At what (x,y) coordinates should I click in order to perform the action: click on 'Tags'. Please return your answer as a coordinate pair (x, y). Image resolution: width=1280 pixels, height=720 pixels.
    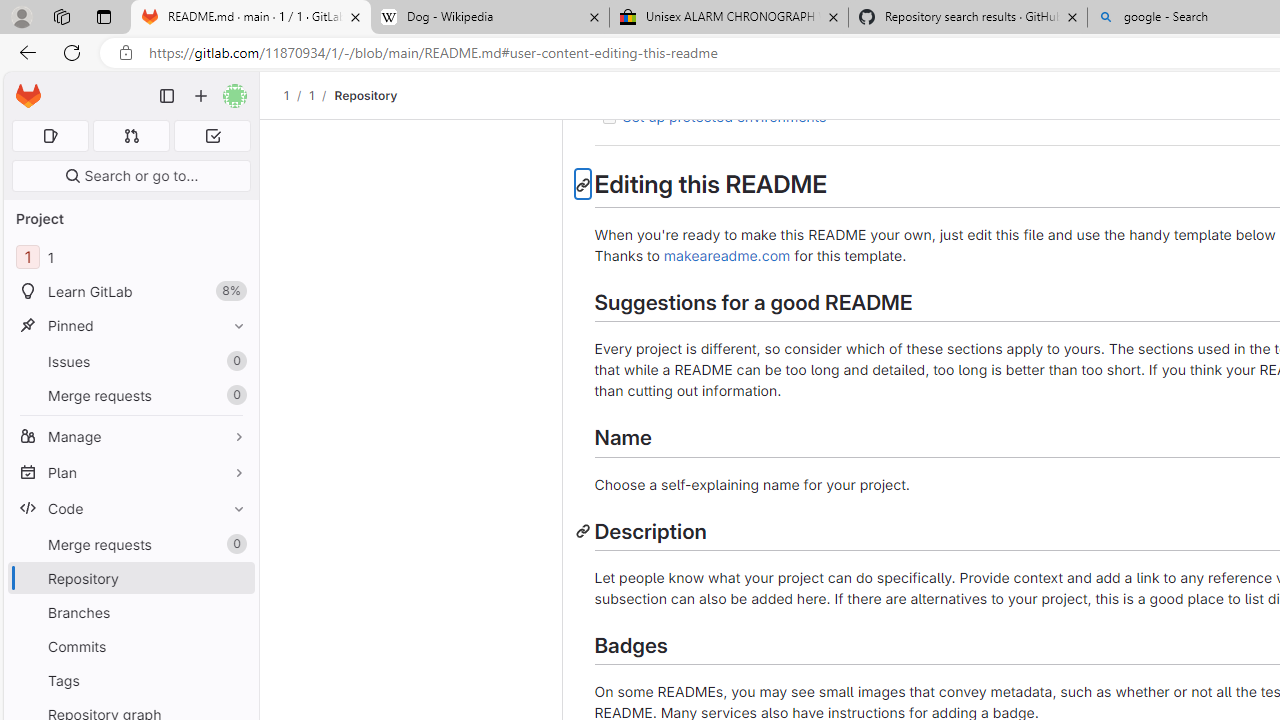
    Looking at the image, I should click on (130, 679).